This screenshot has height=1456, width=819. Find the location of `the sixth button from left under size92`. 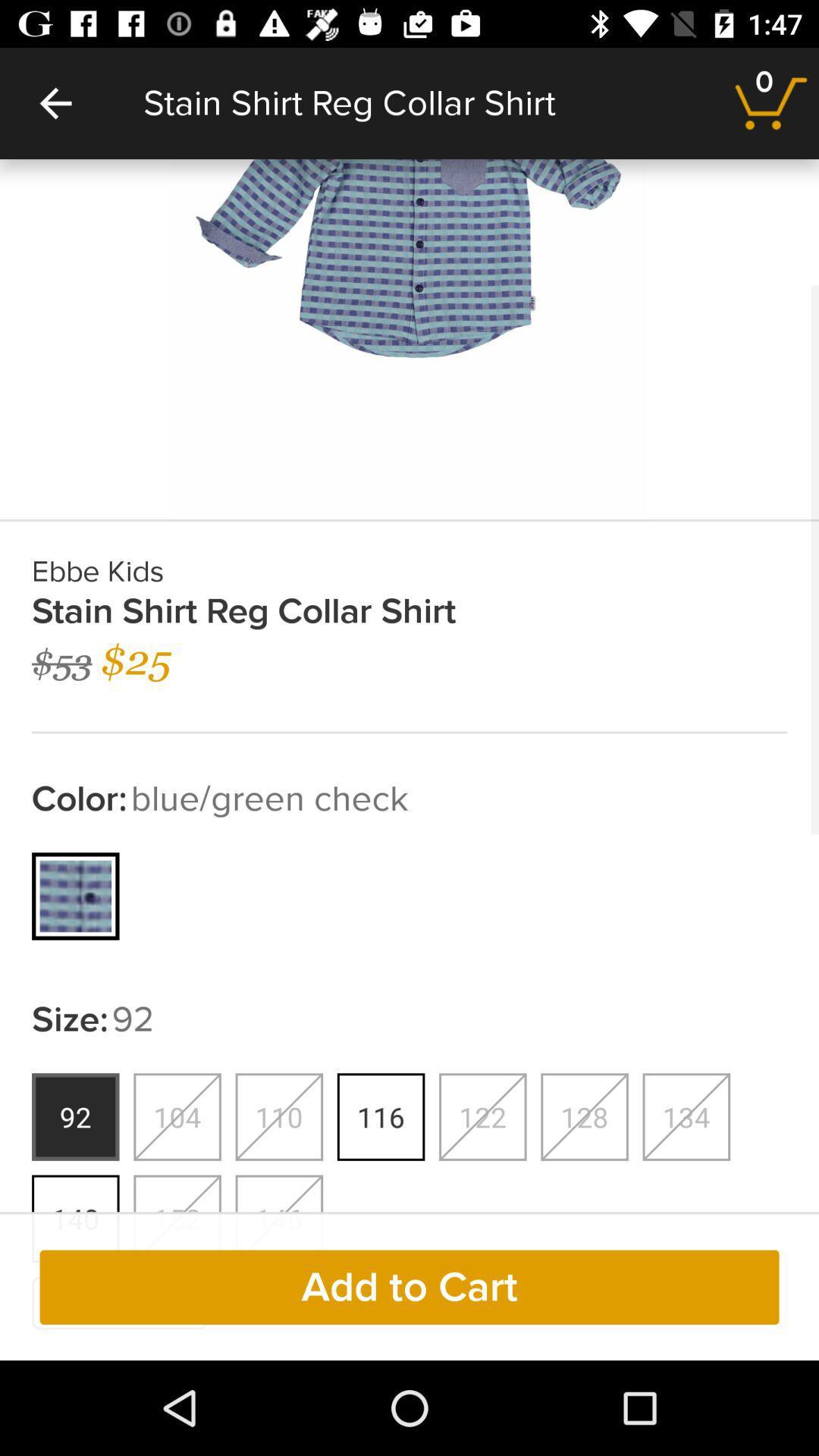

the sixth button from left under size92 is located at coordinates (584, 1117).